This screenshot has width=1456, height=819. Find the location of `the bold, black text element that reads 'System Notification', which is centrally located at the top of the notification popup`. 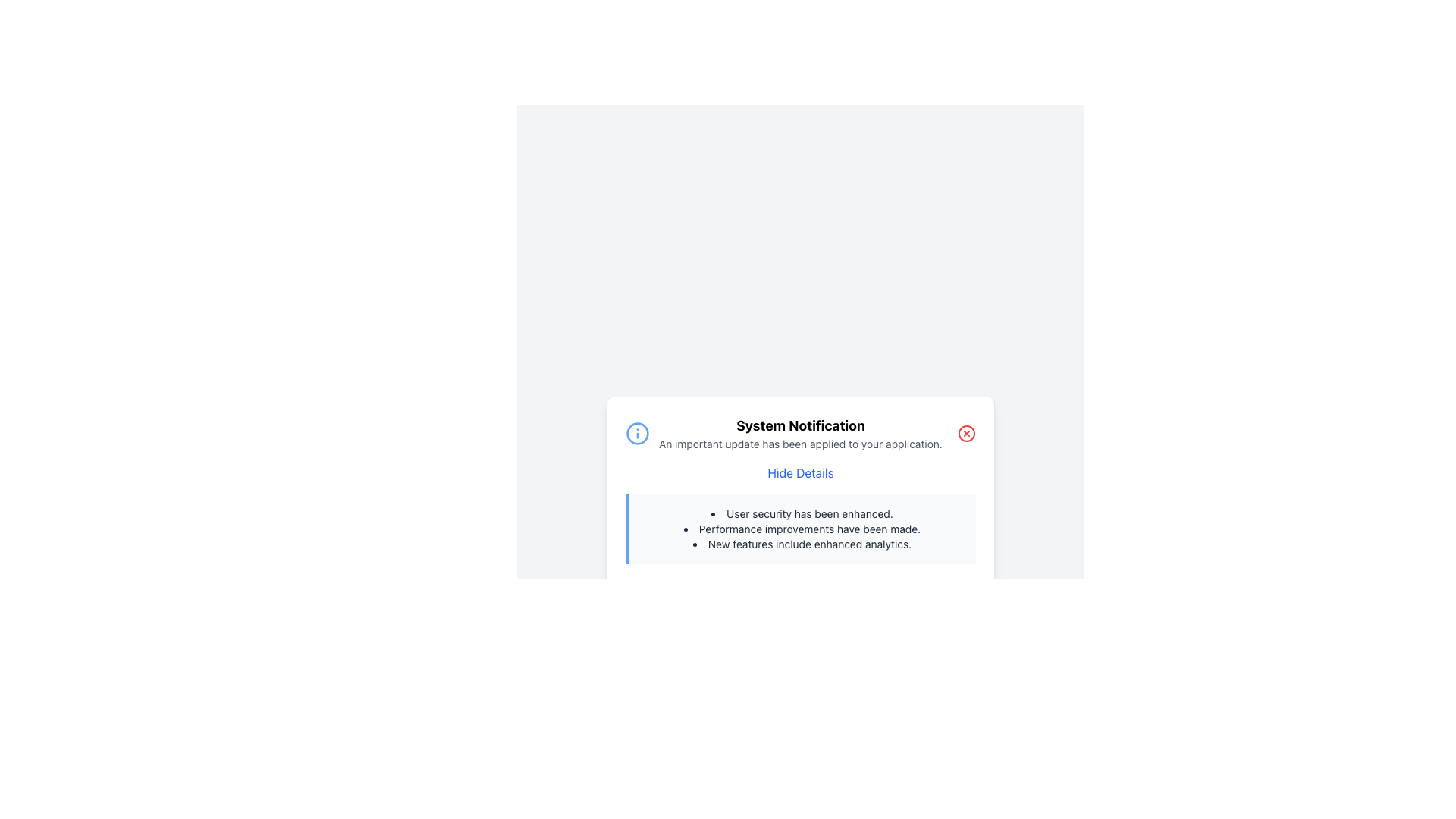

the bold, black text element that reads 'System Notification', which is centrally located at the top of the notification popup is located at coordinates (800, 426).